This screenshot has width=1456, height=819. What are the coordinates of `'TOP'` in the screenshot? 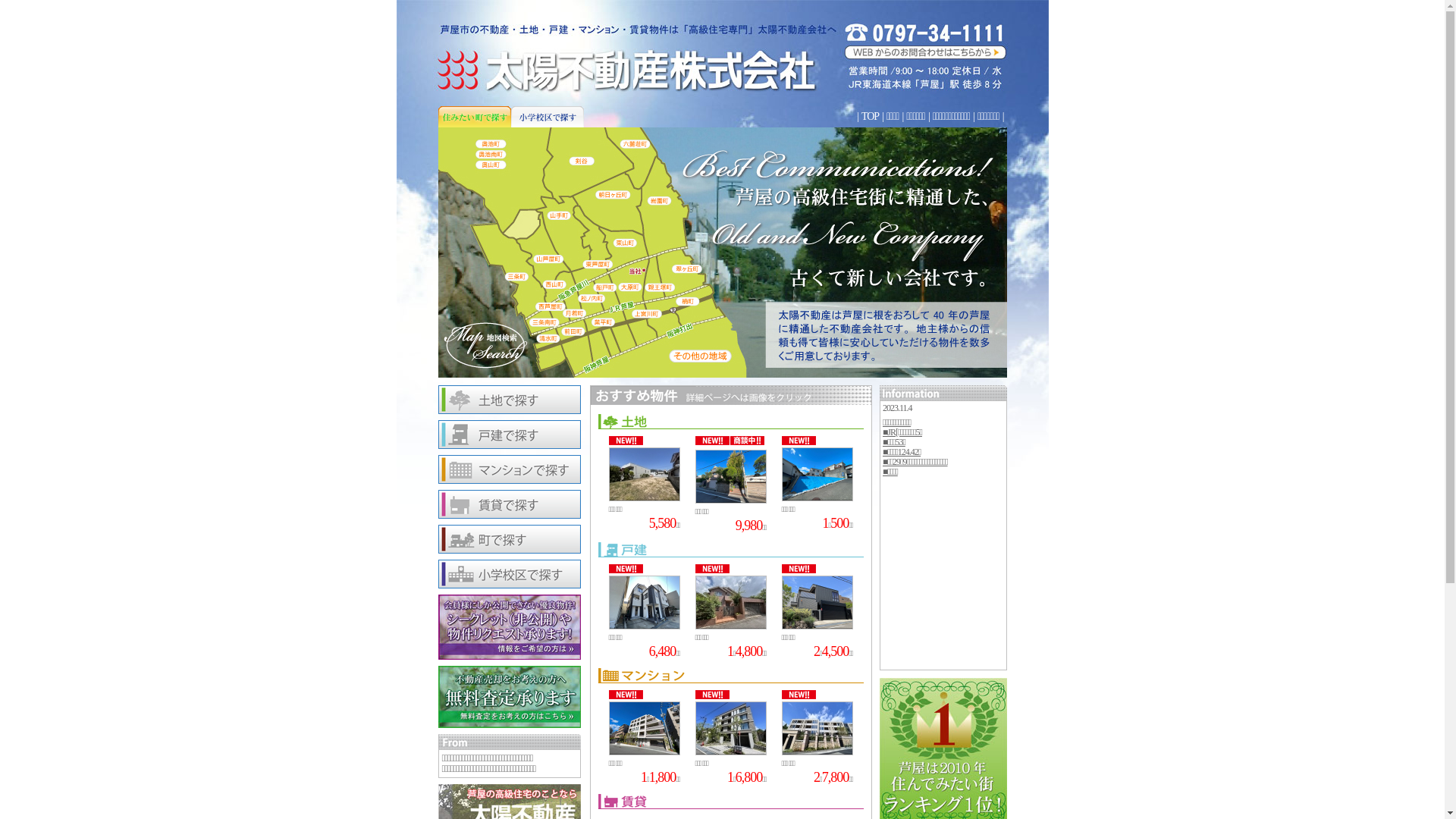 It's located at (870, 115).